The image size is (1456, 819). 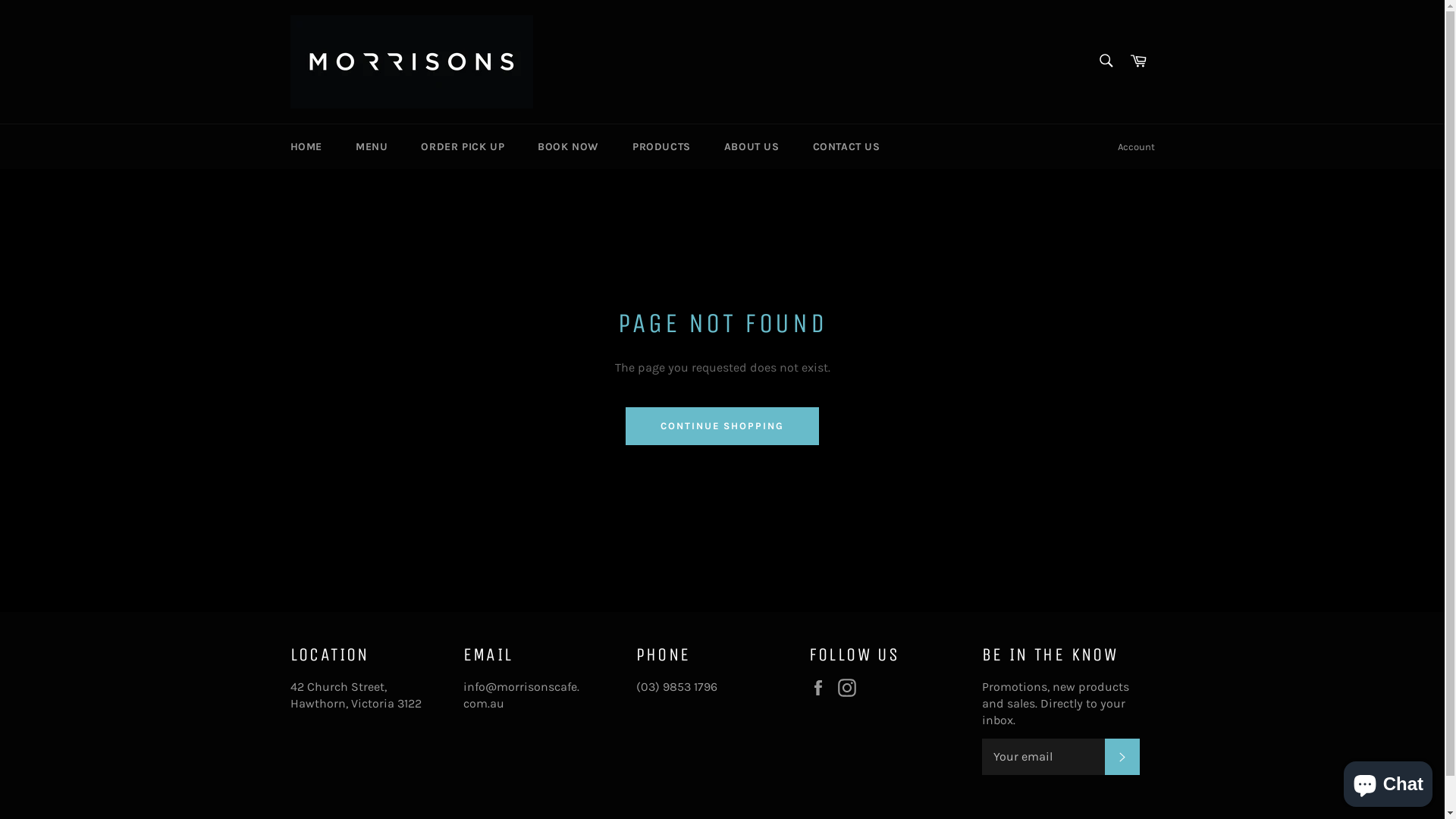 What do you see at coordinates (1122, 61) in the screenshot?
I see `'Cart'` at bounding box center [1122, 61].